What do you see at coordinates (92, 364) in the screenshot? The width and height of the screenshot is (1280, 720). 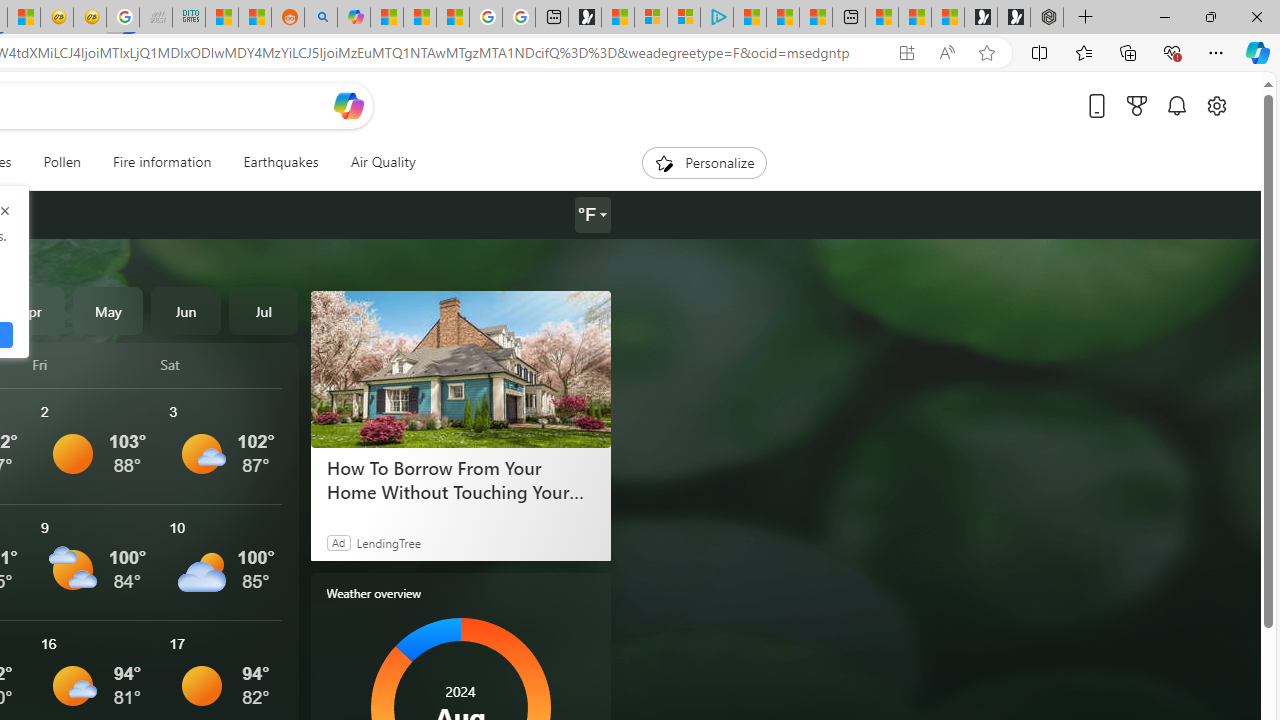 I see `'Fri'` at bounding box center [92, 364].